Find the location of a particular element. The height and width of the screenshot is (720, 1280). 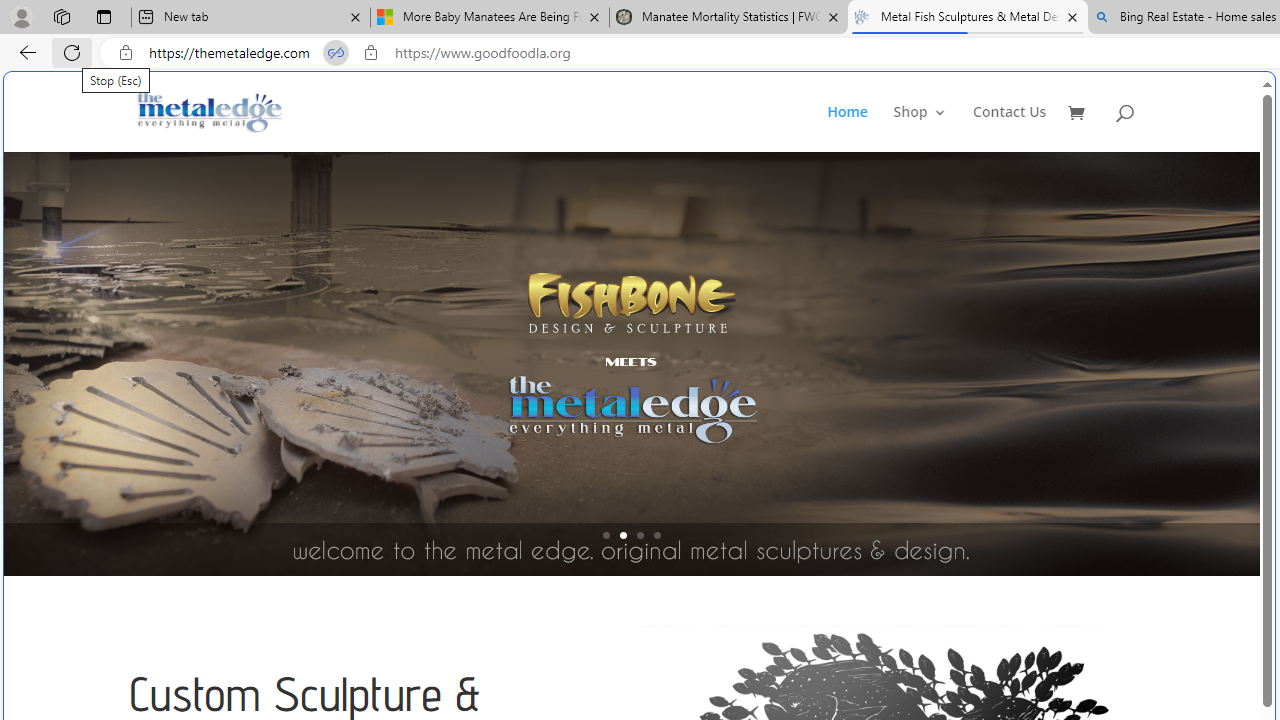

'3' is located at coordinates (640, 534).